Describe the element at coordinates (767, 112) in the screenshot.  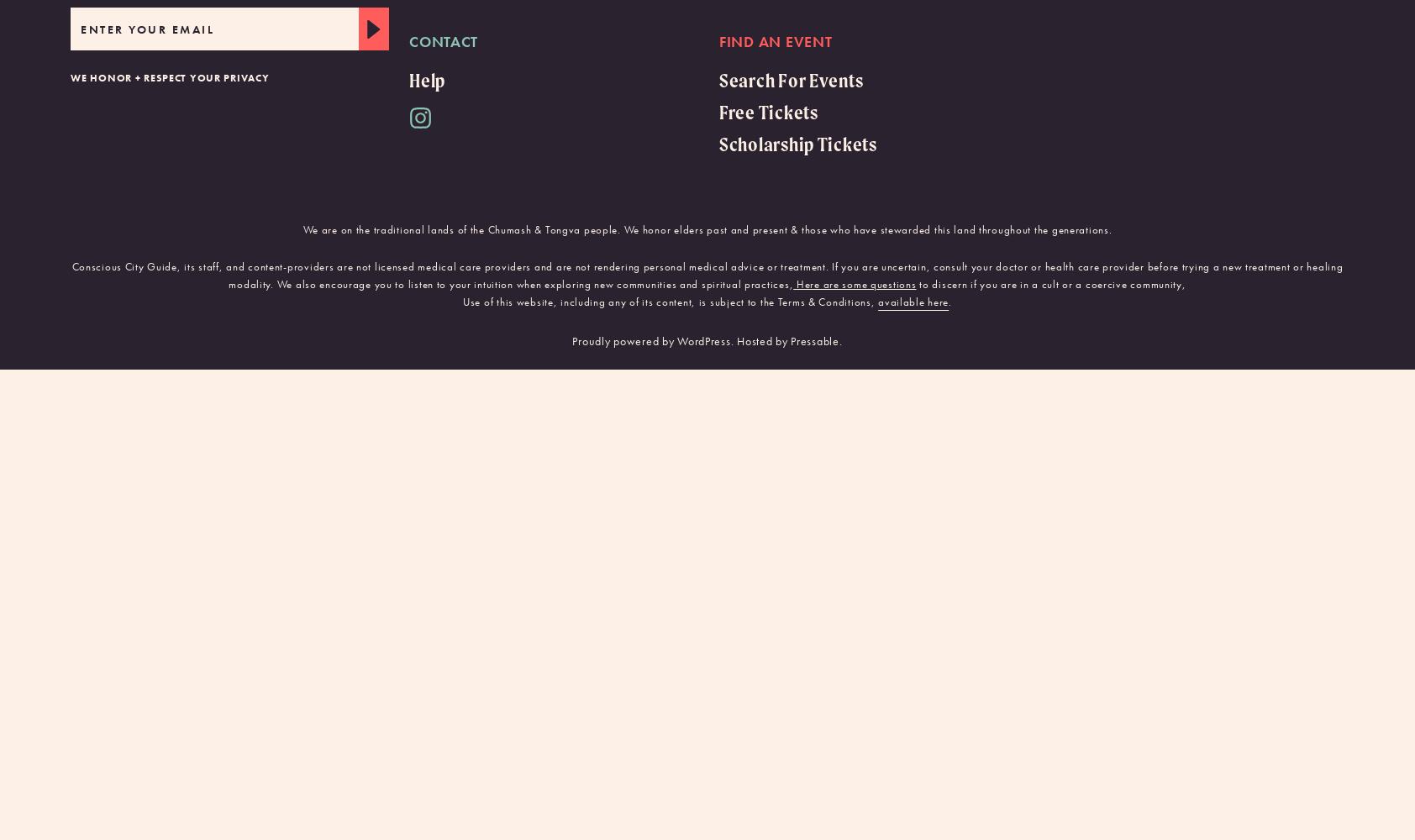
I see `'Free Tickets'` at that location.